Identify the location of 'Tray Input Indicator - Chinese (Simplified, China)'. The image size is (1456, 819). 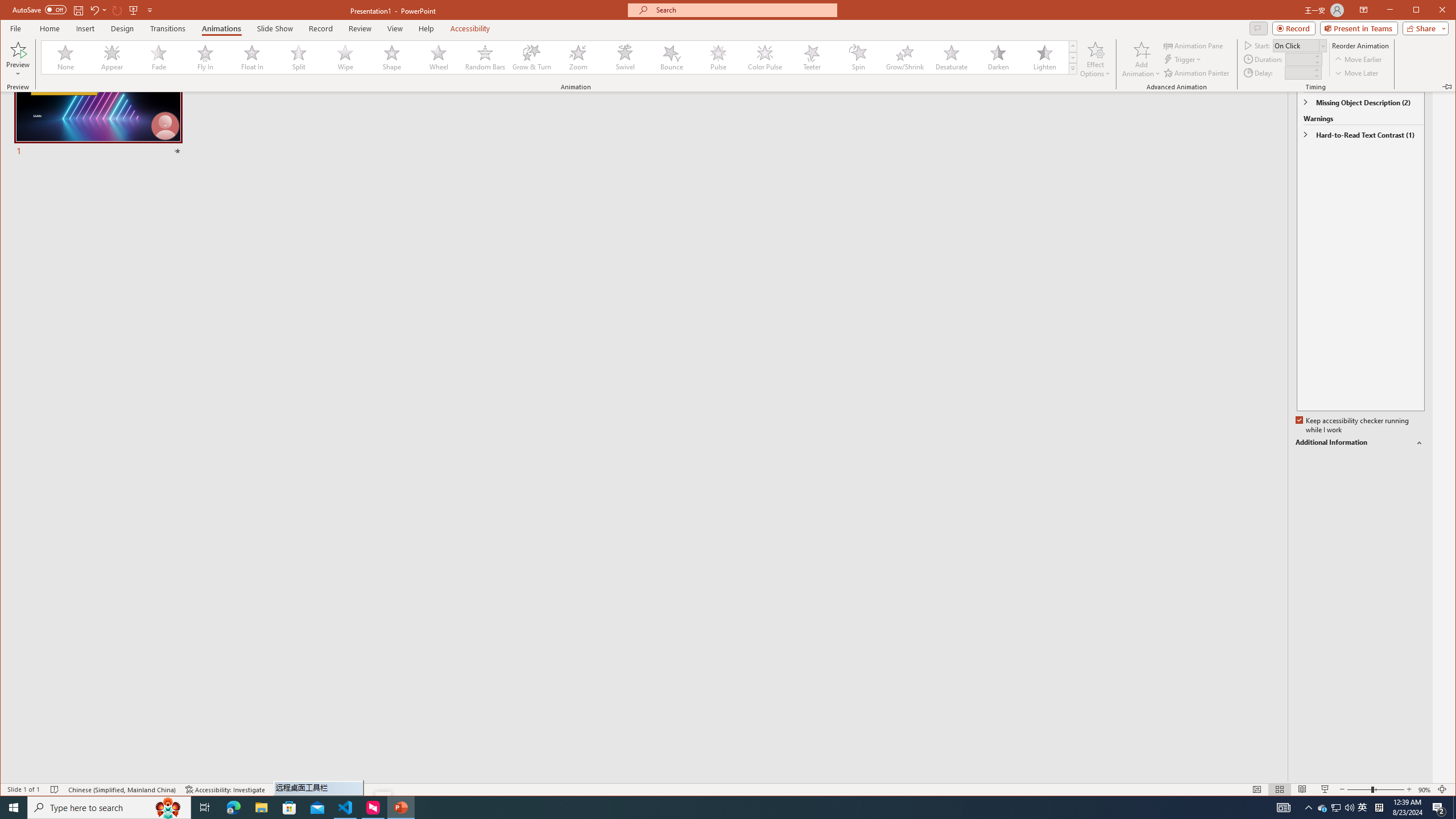
(1379, 806).